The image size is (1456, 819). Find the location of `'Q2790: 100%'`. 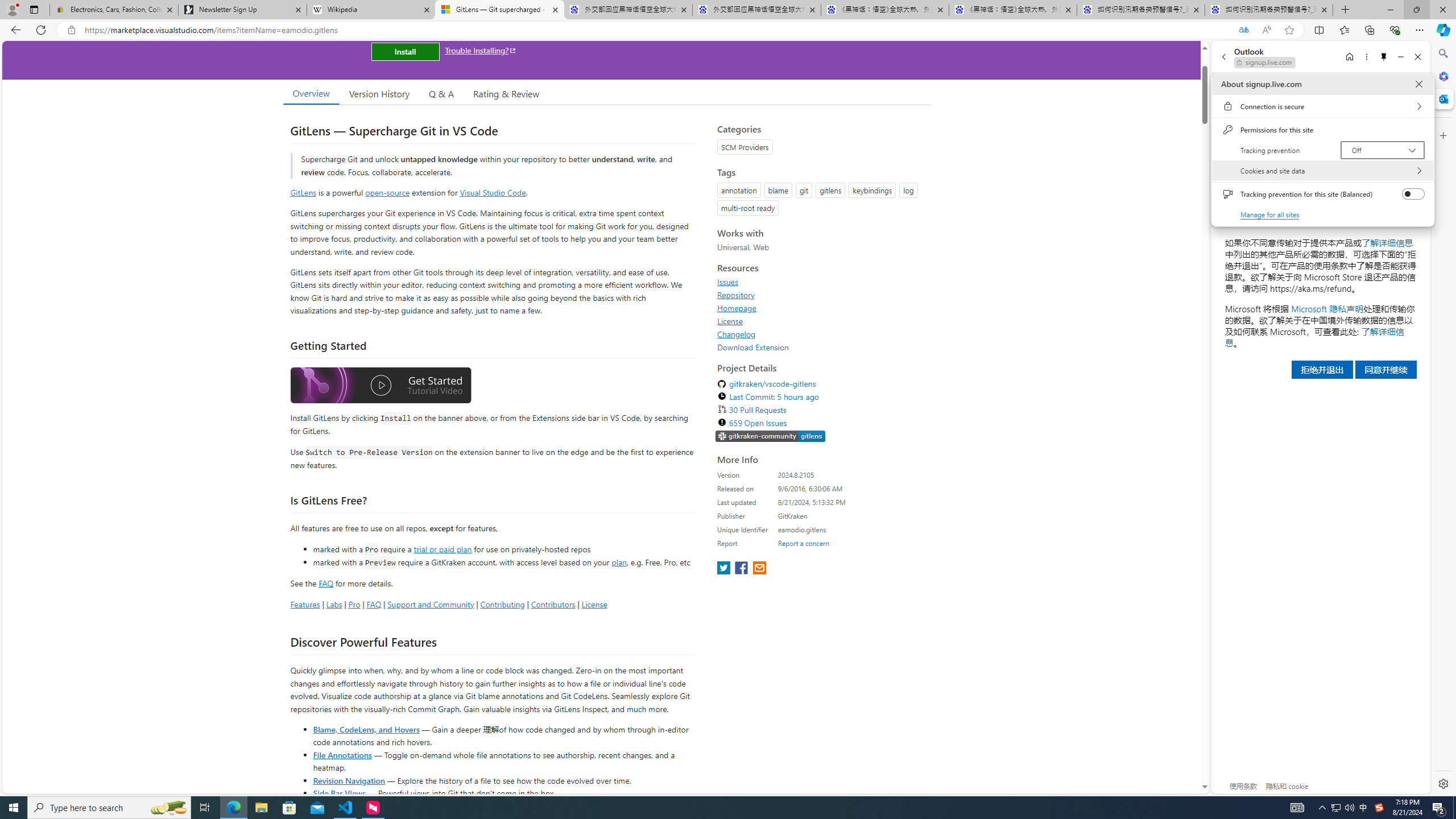

'Q2790: 100%' is located at coordinates (1349, 806).